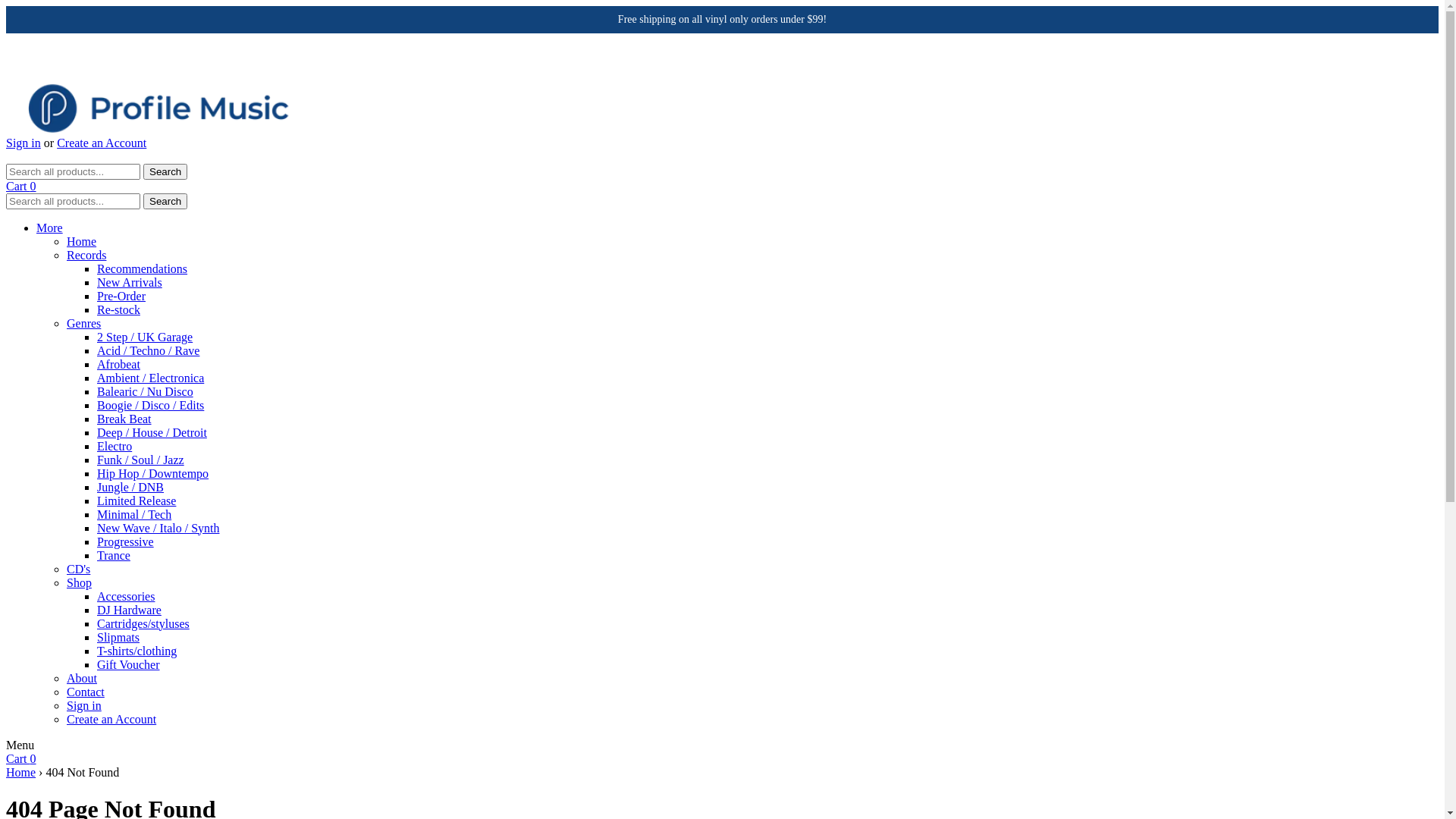  What do you see at coordinates (152, 432) in the screenshot?
I see `'Deep / House / Detroit'` at bounding box center [152, 432].